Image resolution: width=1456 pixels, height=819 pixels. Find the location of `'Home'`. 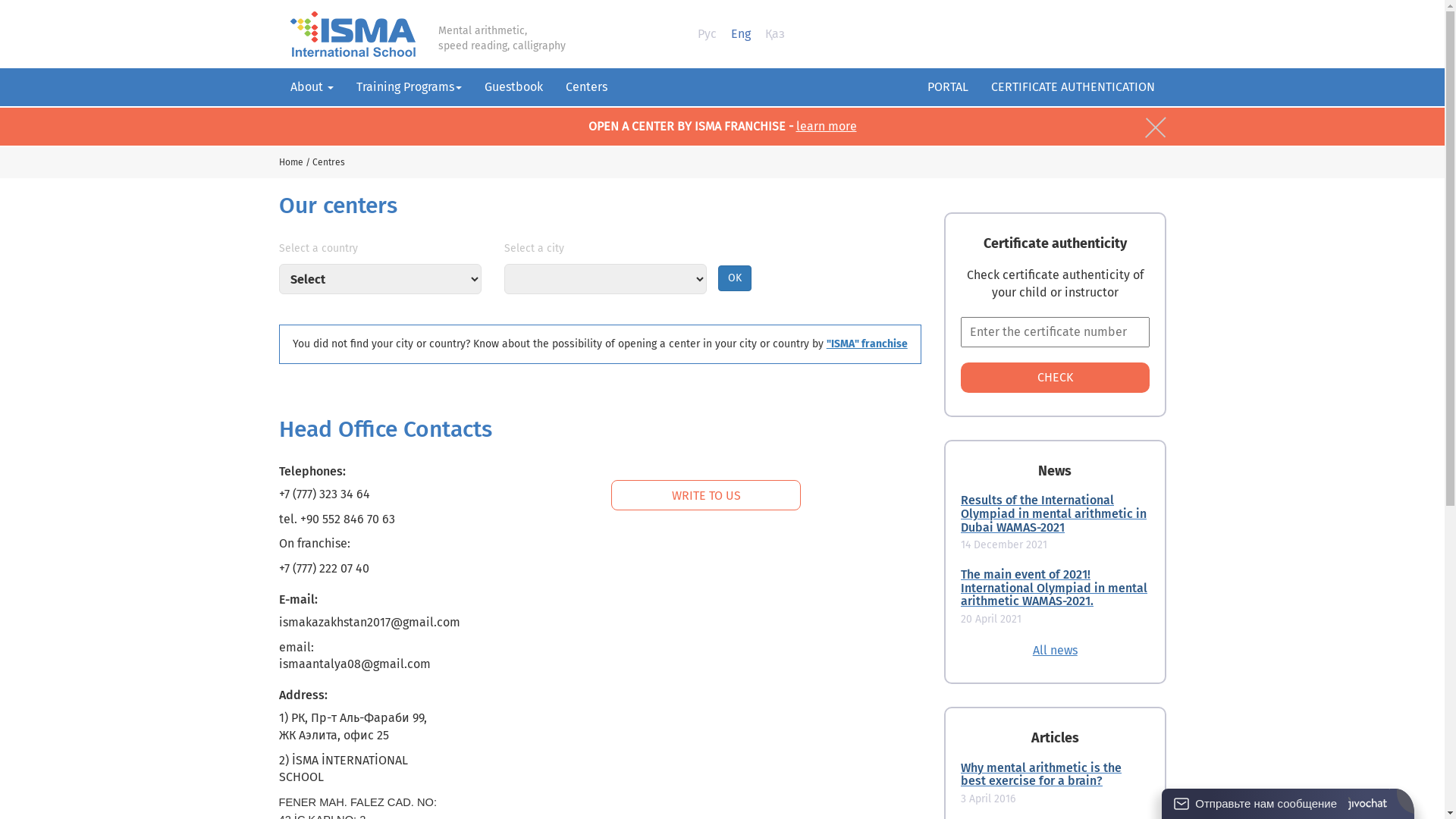

'Home' is located at coordinates (291, 162).